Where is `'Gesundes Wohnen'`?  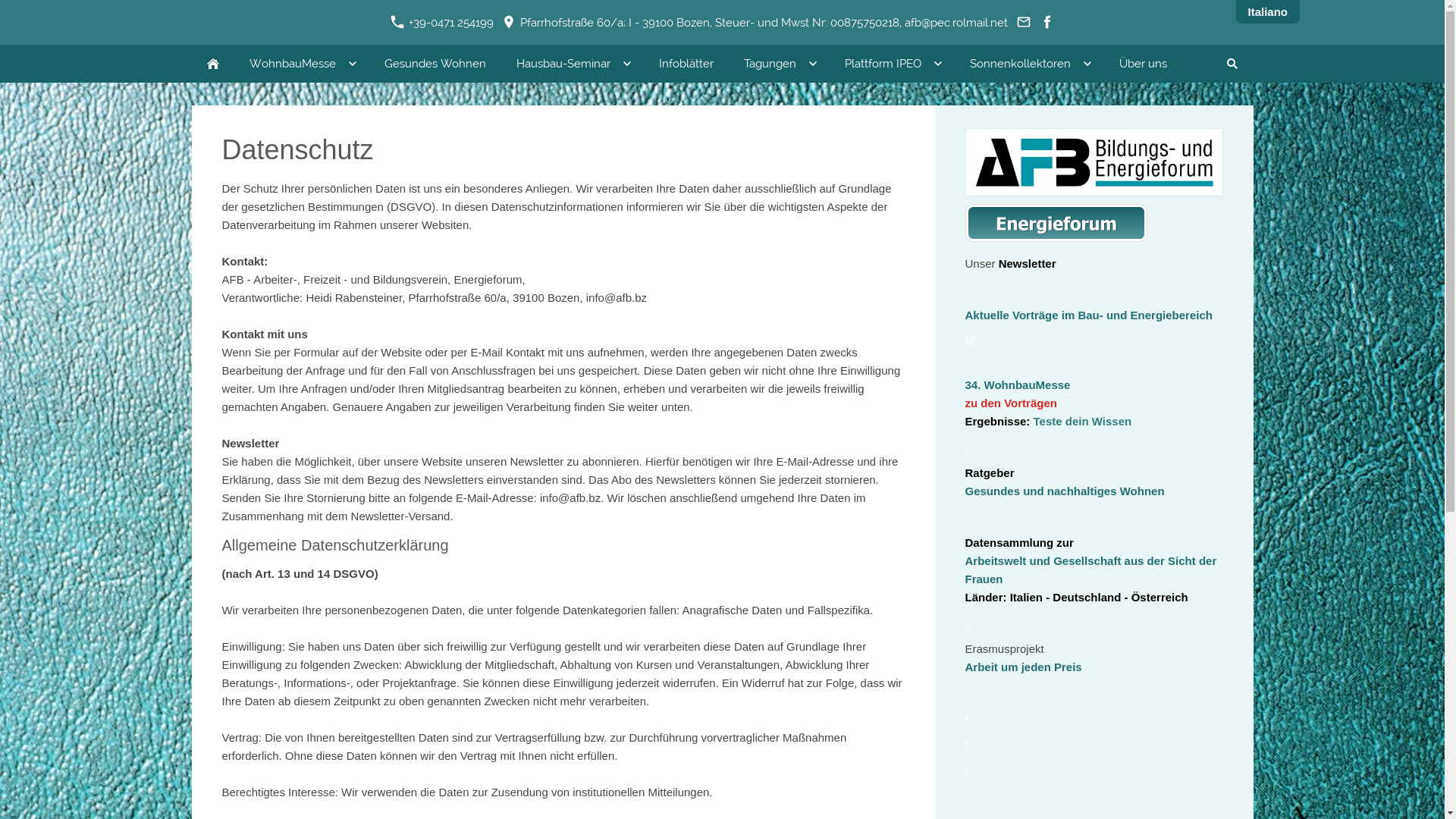 'Gesundes Wohnen' is located at coordinates (433, 63).